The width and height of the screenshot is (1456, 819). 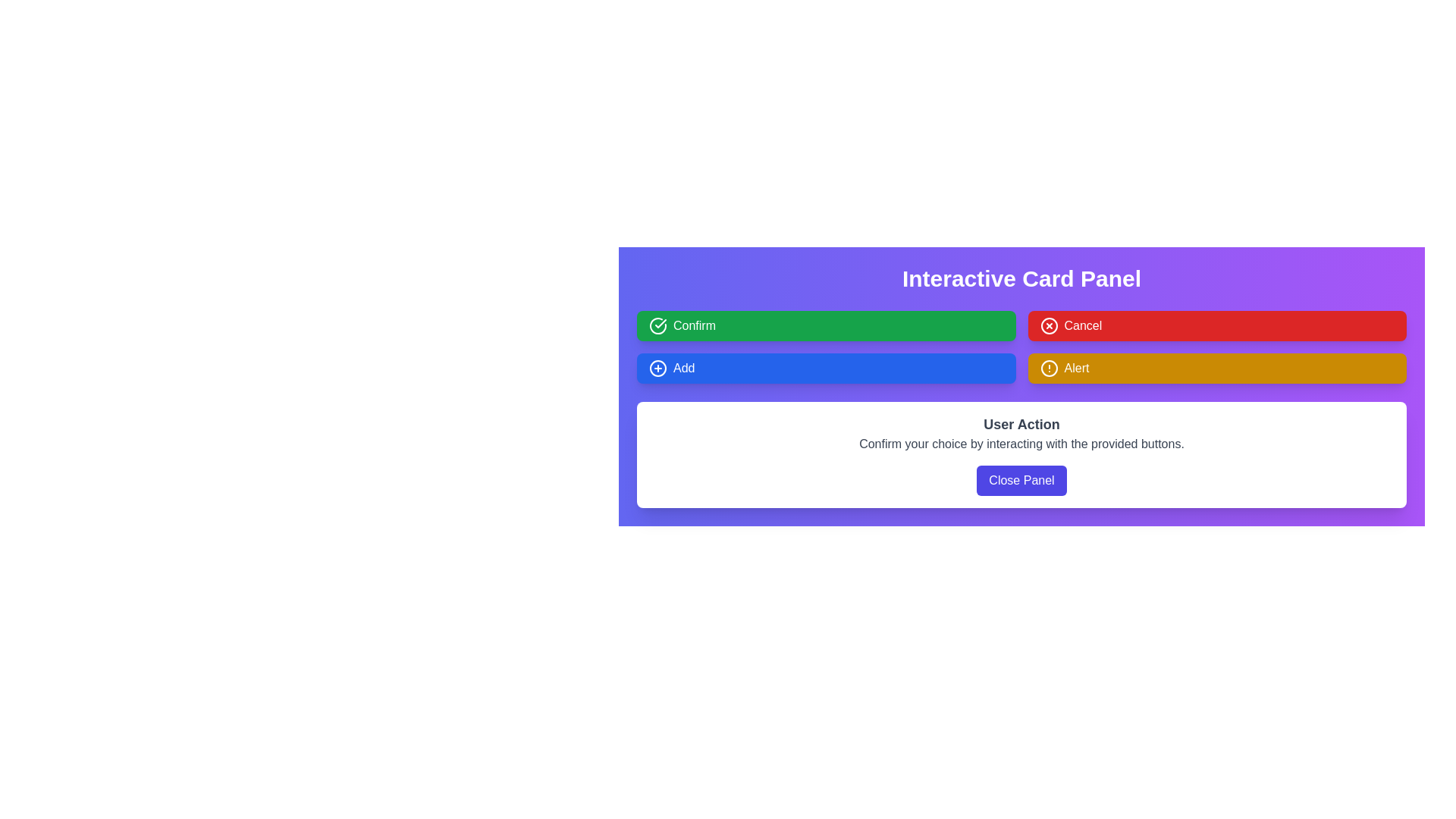 What do you see at coordinates (1048, 369) in the screenshot?
I see `the 'Alert' button which contains a circular icon with a yellow outline and a white exclamation mark, positioned to the left of the button labeled 'Alert'` at bounding box center [1048, 369].